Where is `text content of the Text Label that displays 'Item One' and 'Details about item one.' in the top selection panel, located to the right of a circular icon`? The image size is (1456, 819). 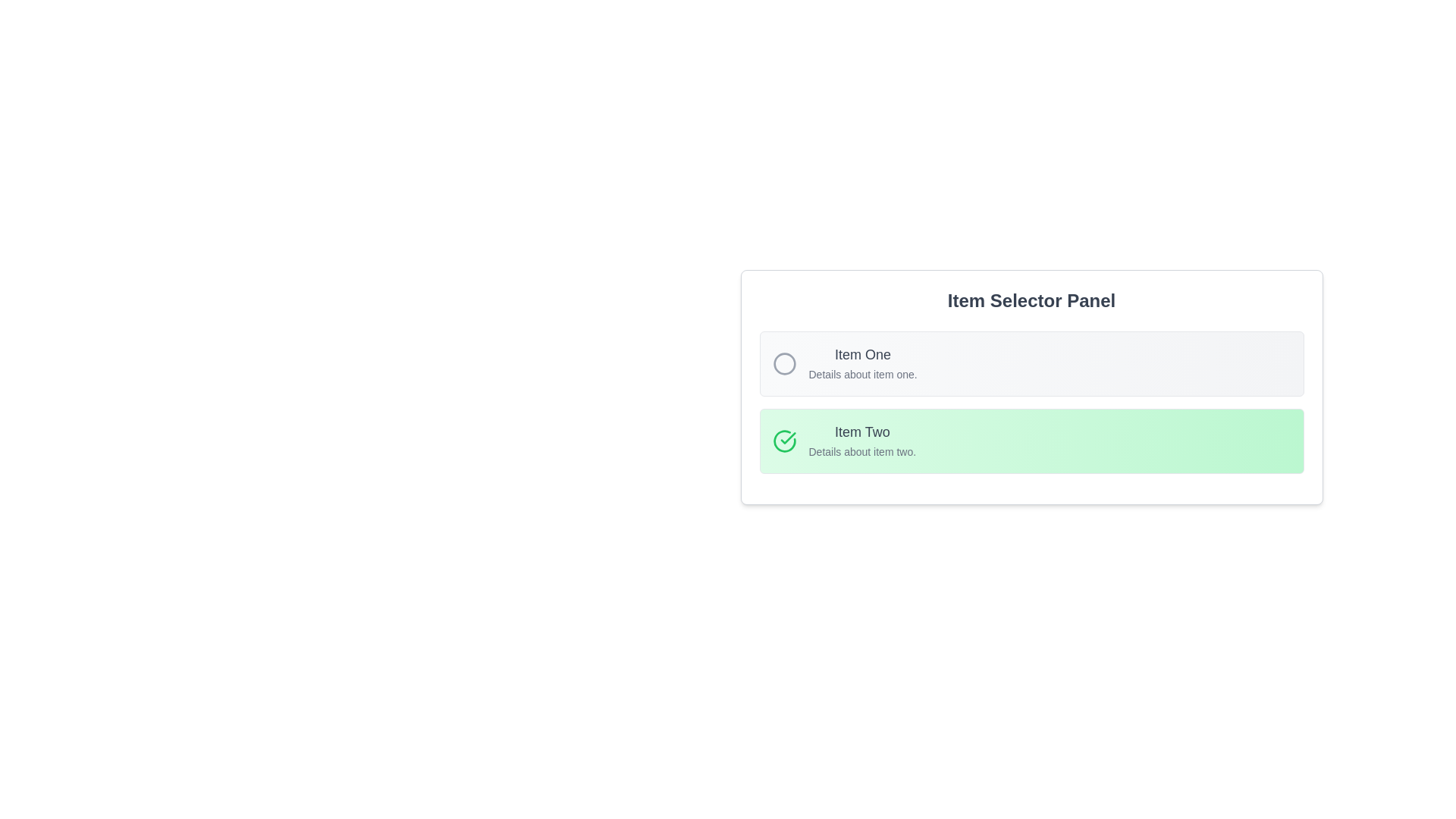
text content of the Text Label that displays 'Item One' and 'Details about item one.' in the top selection panel, located to the right of a circular icon is located at coordinates (863, 363).